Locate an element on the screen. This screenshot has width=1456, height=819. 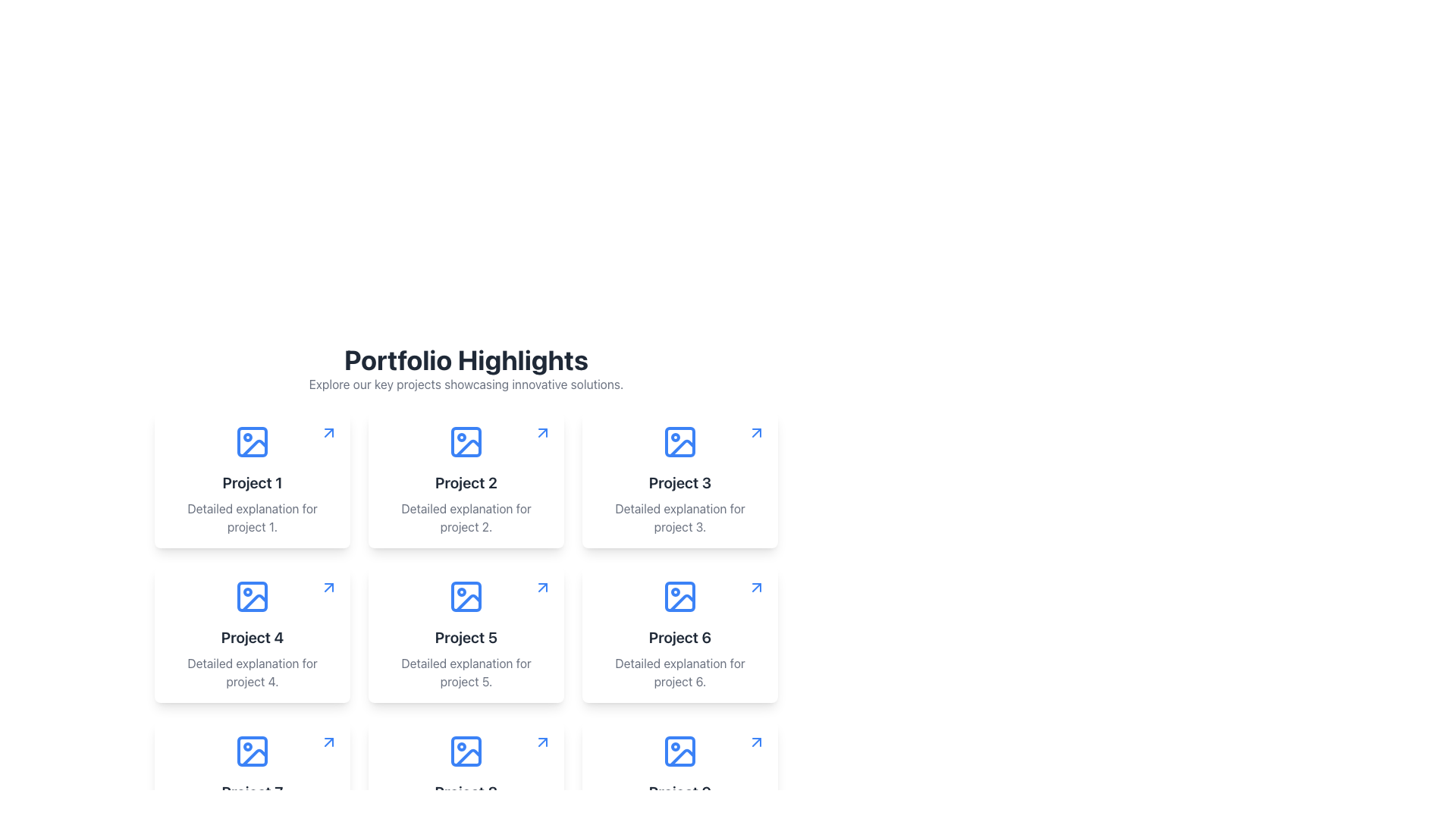
the icon located in the top right corner of the 'Project 9' card is located at coordinates (757, 742).